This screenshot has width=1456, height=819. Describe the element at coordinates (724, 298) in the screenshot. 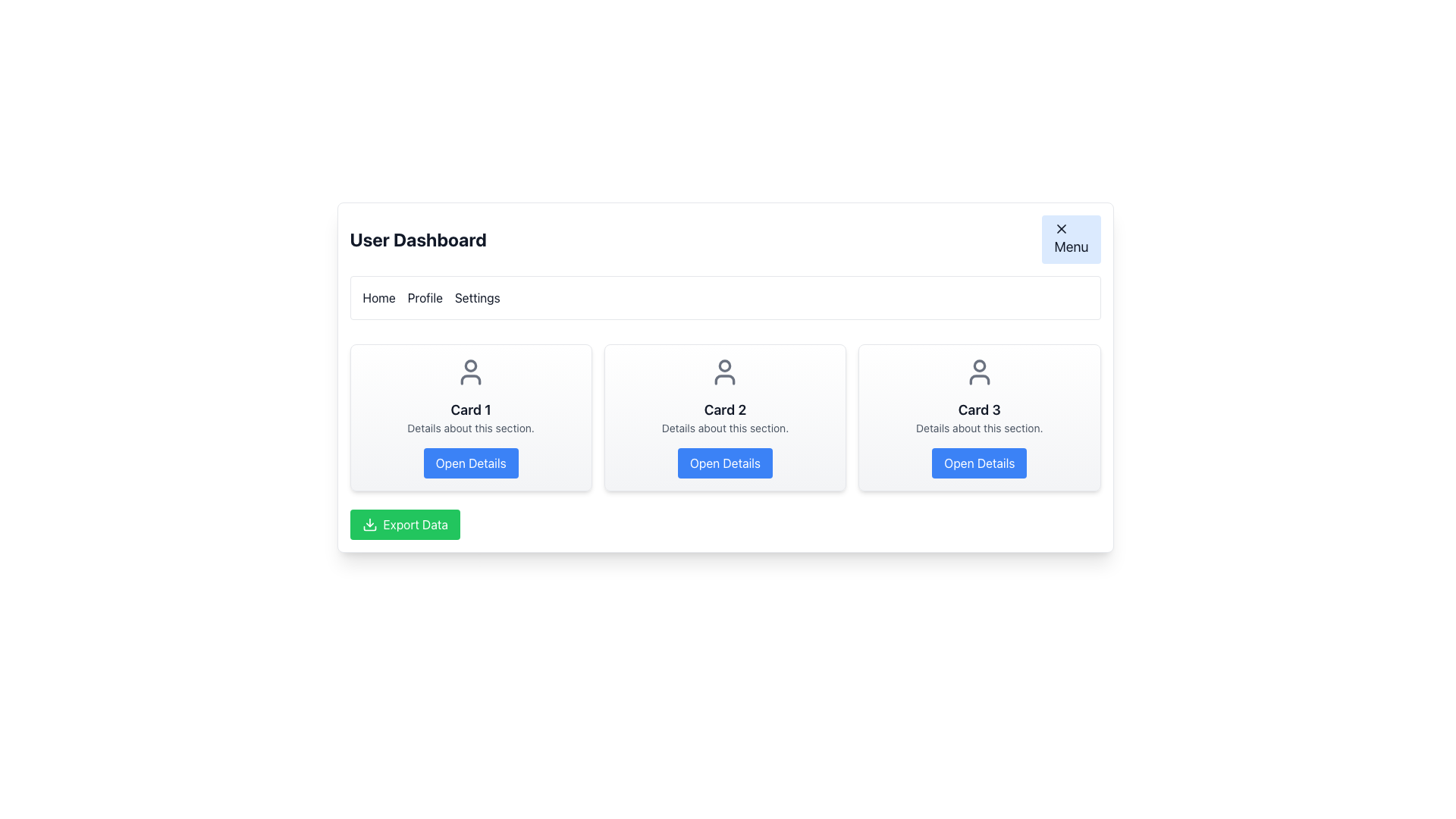

I see `the 'Profile' link in the Navigation bar` at that location.